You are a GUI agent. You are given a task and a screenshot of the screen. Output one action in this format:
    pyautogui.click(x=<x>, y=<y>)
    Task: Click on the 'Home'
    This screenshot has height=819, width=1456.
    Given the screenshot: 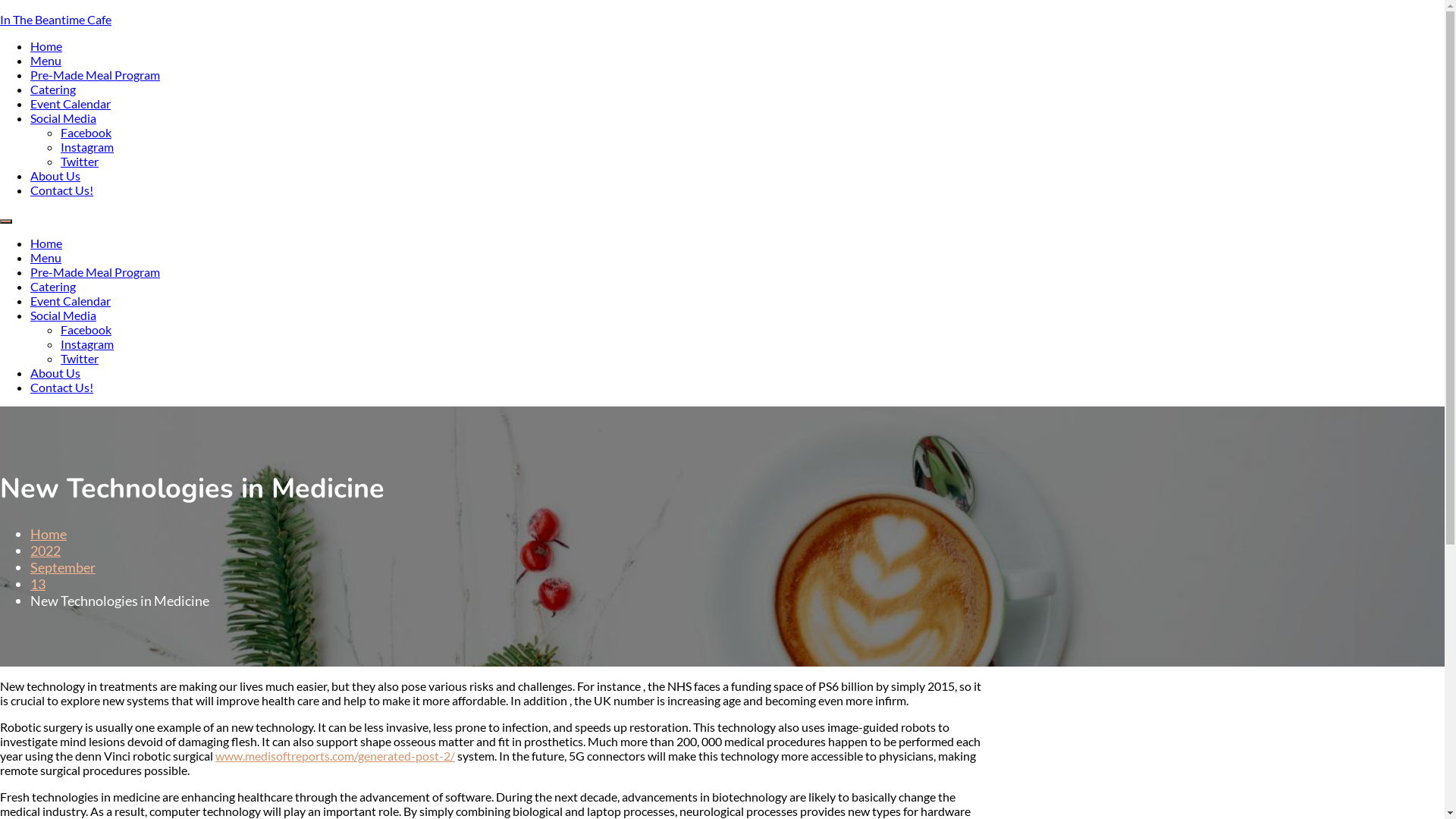 What is the action you would take?
    pyautogui.click(x=48, y=533)
    